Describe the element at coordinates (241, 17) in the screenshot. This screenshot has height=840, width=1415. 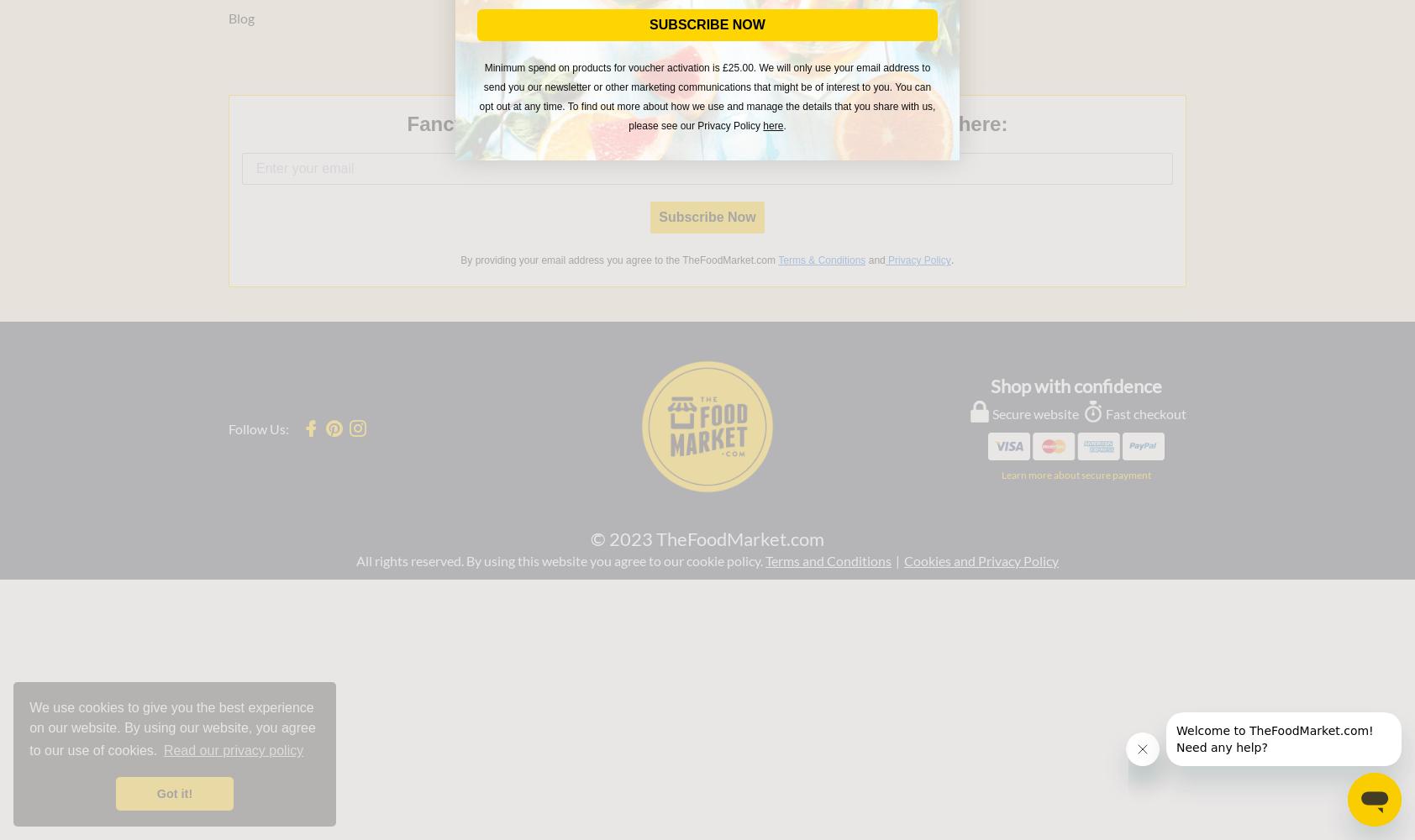
I see `'Blog'` at that location.